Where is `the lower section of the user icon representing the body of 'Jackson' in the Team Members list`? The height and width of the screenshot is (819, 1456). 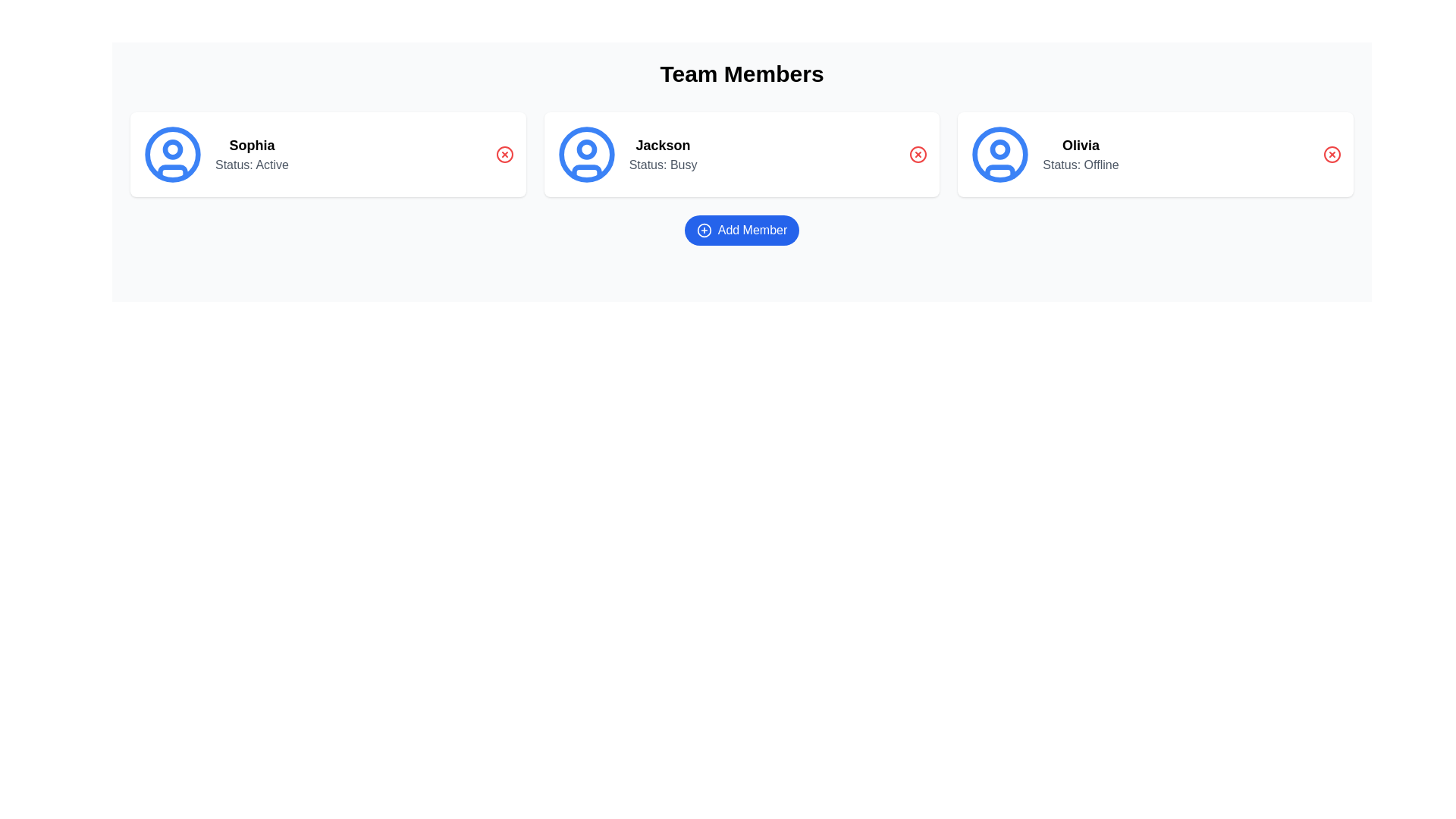 the lower section of the user icon representing the body of 'Jackson' in the Team Members list is located at coordinates (585, 171).